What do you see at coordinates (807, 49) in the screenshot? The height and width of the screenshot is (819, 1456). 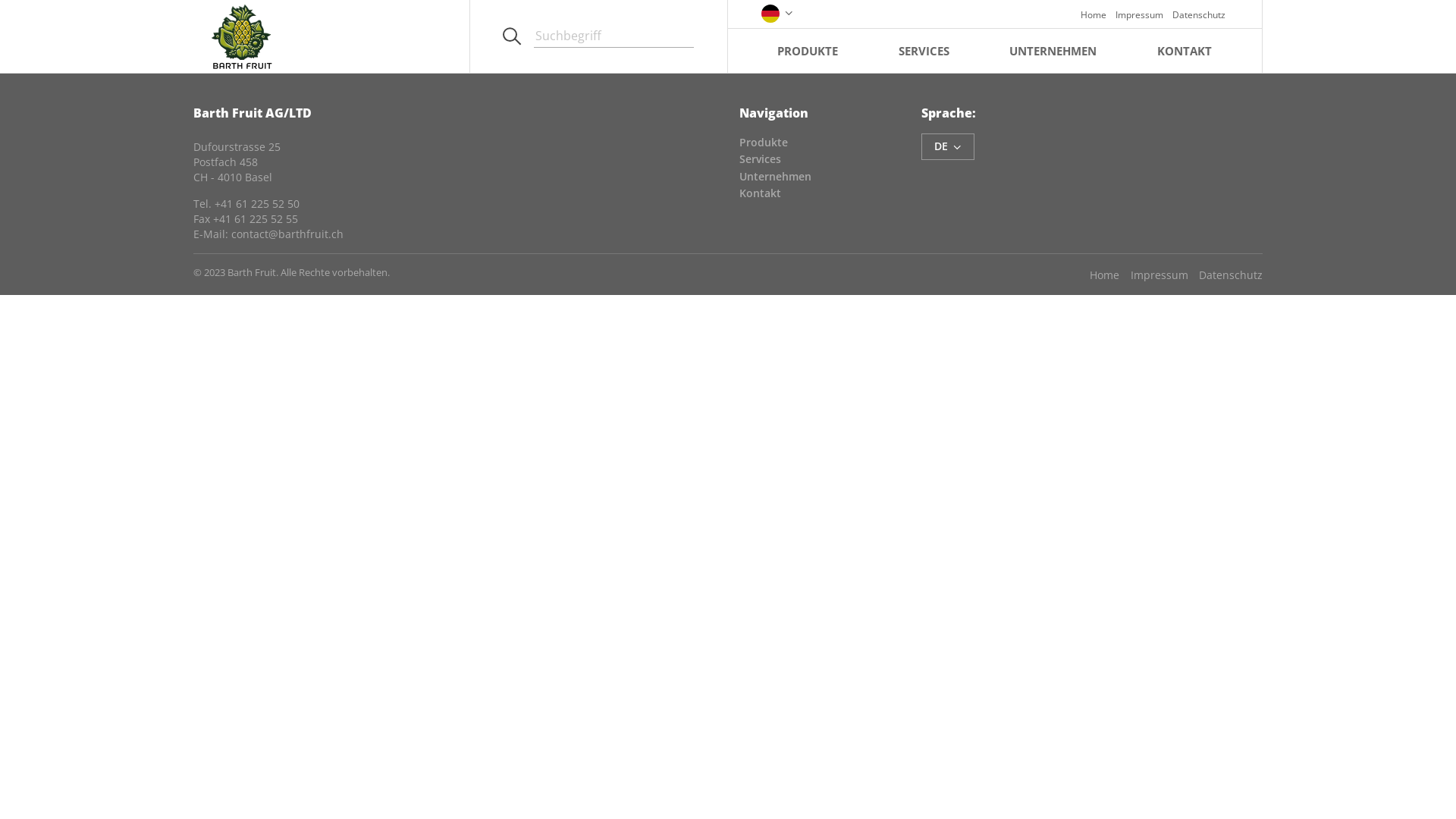 I see `'PRODUKTE'` at bounding box center [807, 49].